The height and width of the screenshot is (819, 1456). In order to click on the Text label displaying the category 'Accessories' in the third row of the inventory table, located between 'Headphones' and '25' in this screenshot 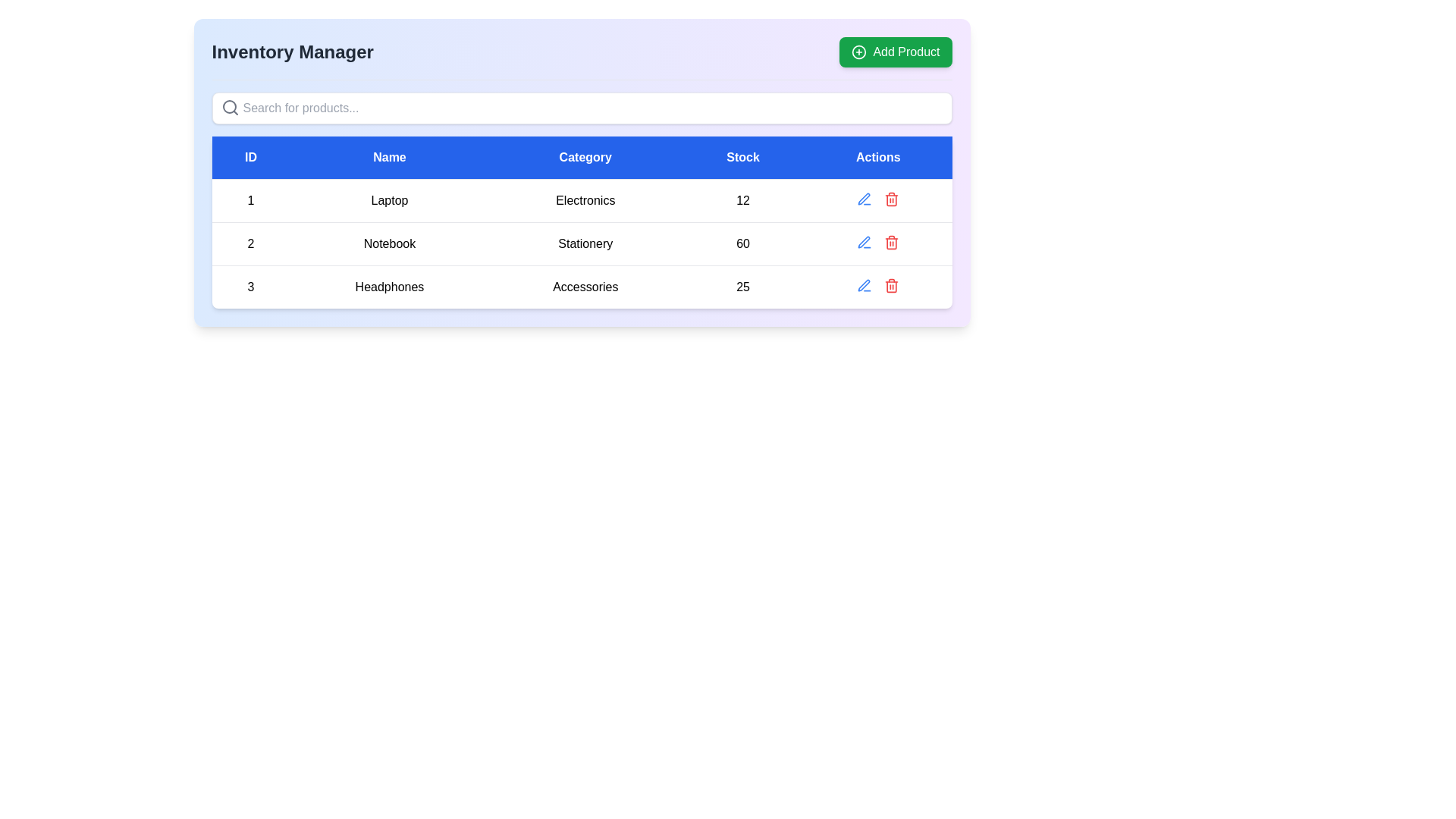, I will do `click(581, 287)`.